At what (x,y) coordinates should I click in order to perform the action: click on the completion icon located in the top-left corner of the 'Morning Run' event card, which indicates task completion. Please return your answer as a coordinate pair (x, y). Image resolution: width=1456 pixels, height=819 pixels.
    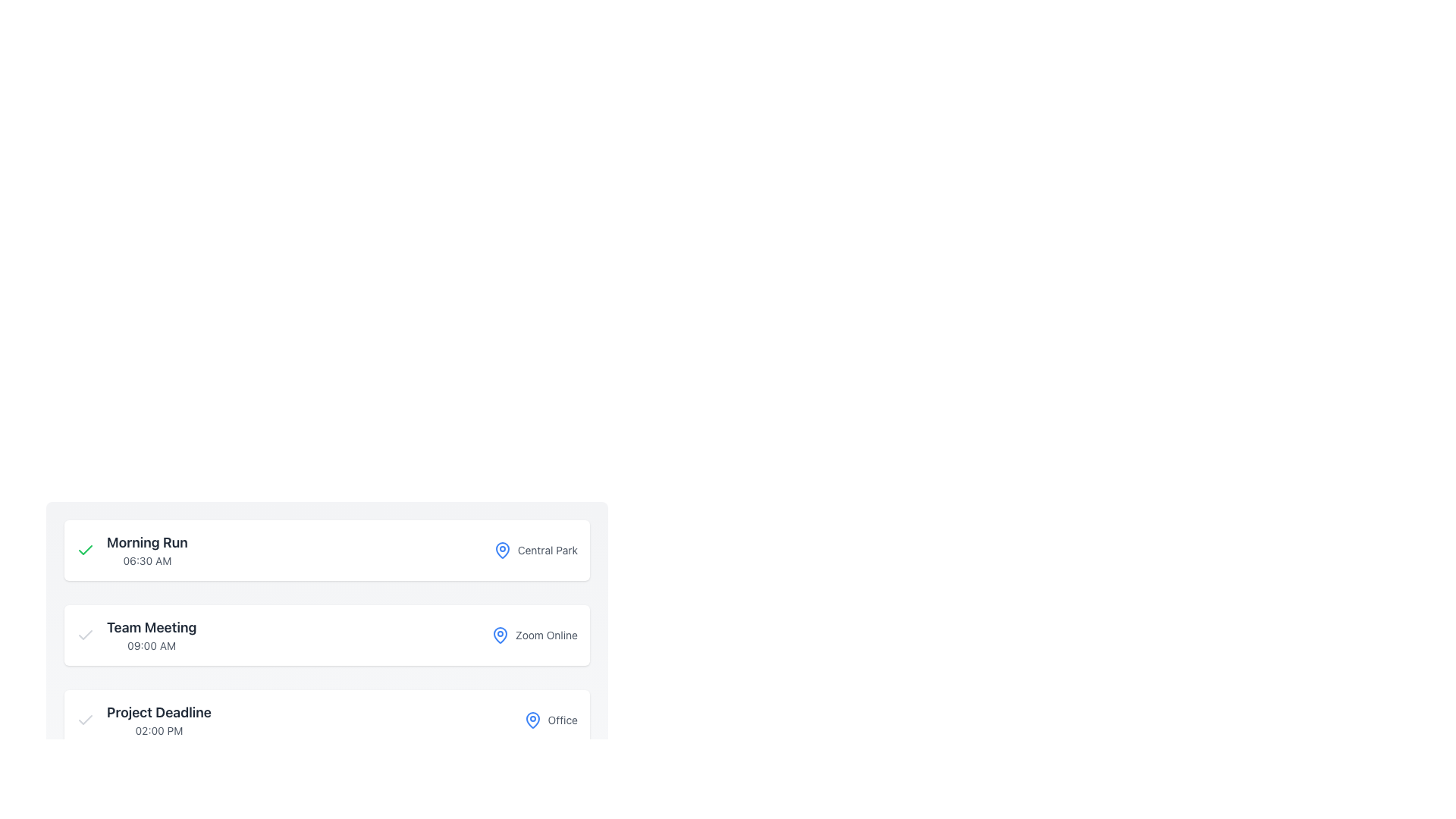
    Looking at the image, I should click on (85, 550).